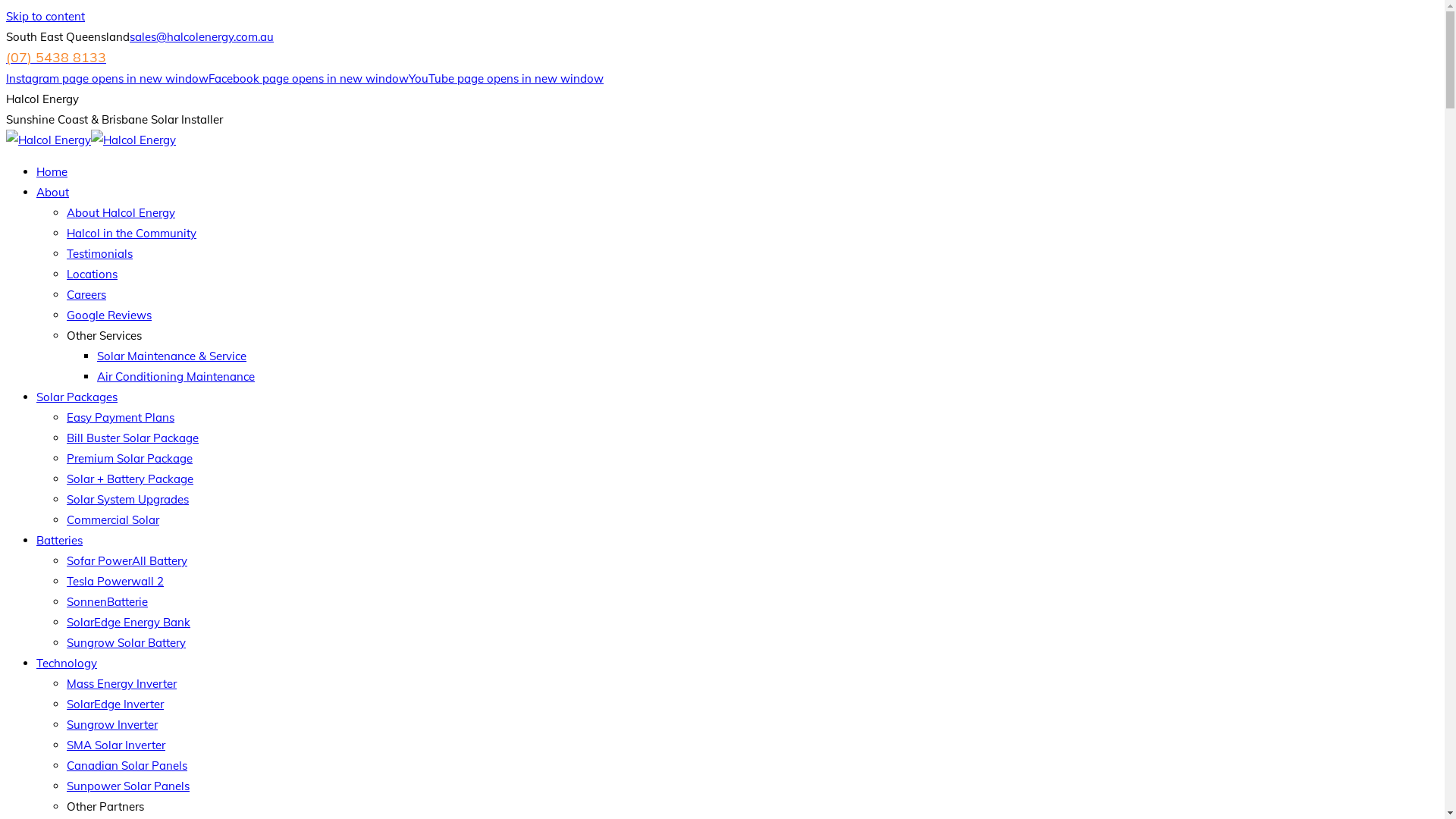 The height and width of the screenshot is (819, 1456). What do you see at coordinates (120, 212) in the screenshot?
I see `'About Halcol Energy'` at bounding box center [120, 212].